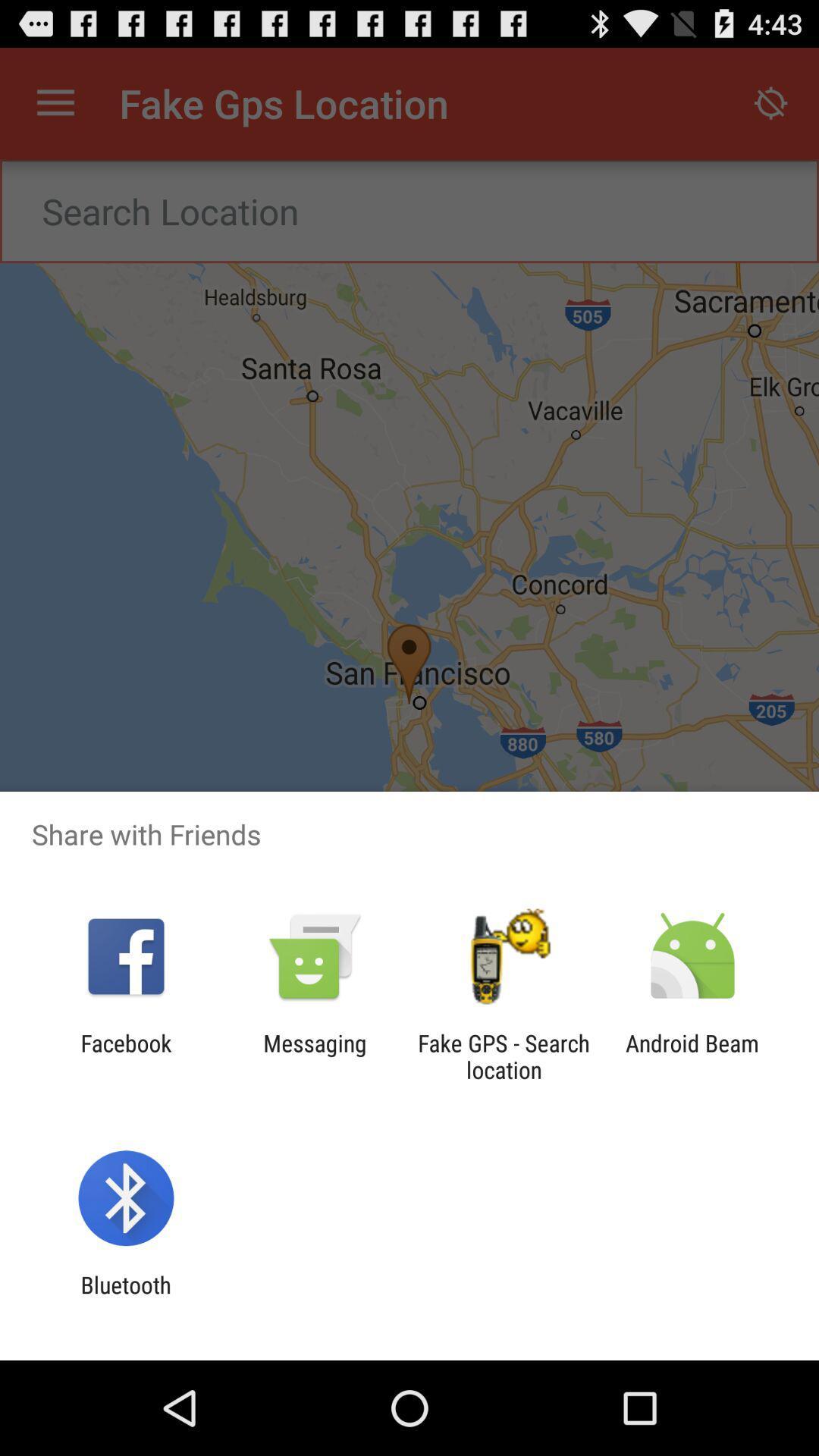 Image resolution: width=819 pixels, height=1456 pixels. What do you see at coordinates (692, 1056) in the screenshot?
I see `the app at the bottom right corner` at bounding box center [692, 1056].